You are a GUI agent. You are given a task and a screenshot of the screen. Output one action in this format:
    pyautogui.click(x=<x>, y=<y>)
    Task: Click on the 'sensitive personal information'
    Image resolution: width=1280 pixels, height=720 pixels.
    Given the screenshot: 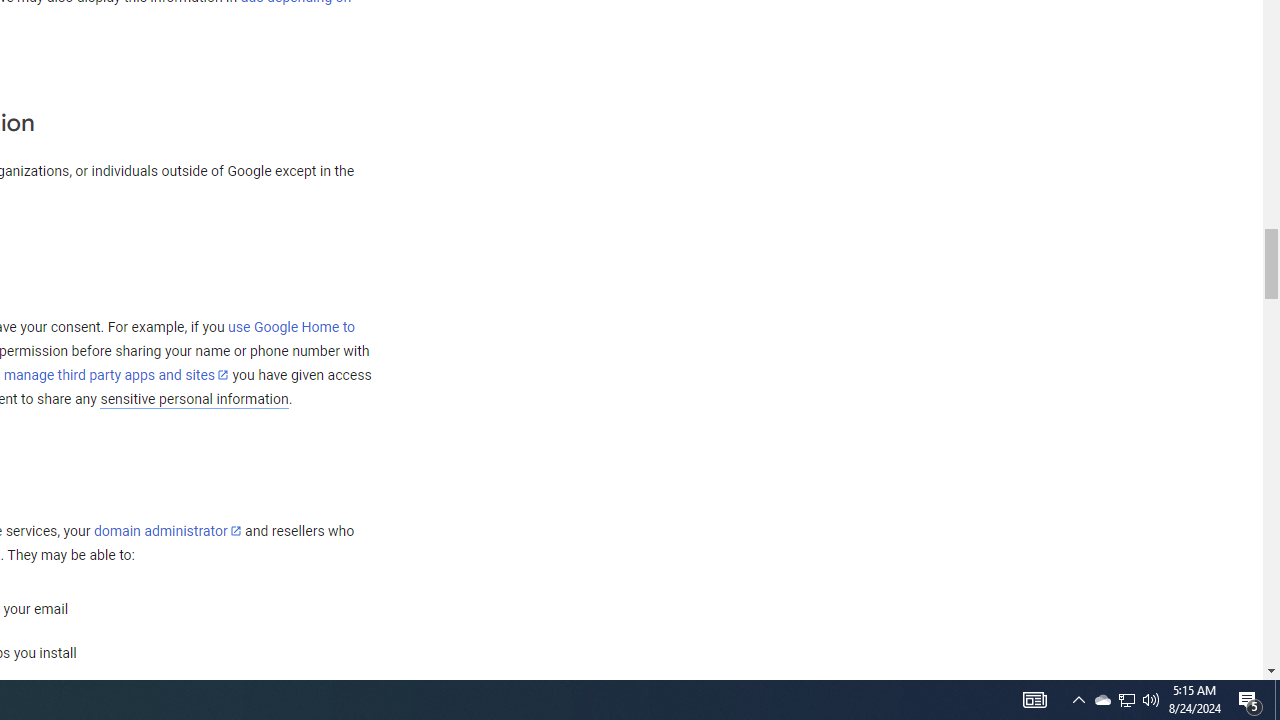 What is the action you would take?
    pyautogui.click(x=194, y=399)
    